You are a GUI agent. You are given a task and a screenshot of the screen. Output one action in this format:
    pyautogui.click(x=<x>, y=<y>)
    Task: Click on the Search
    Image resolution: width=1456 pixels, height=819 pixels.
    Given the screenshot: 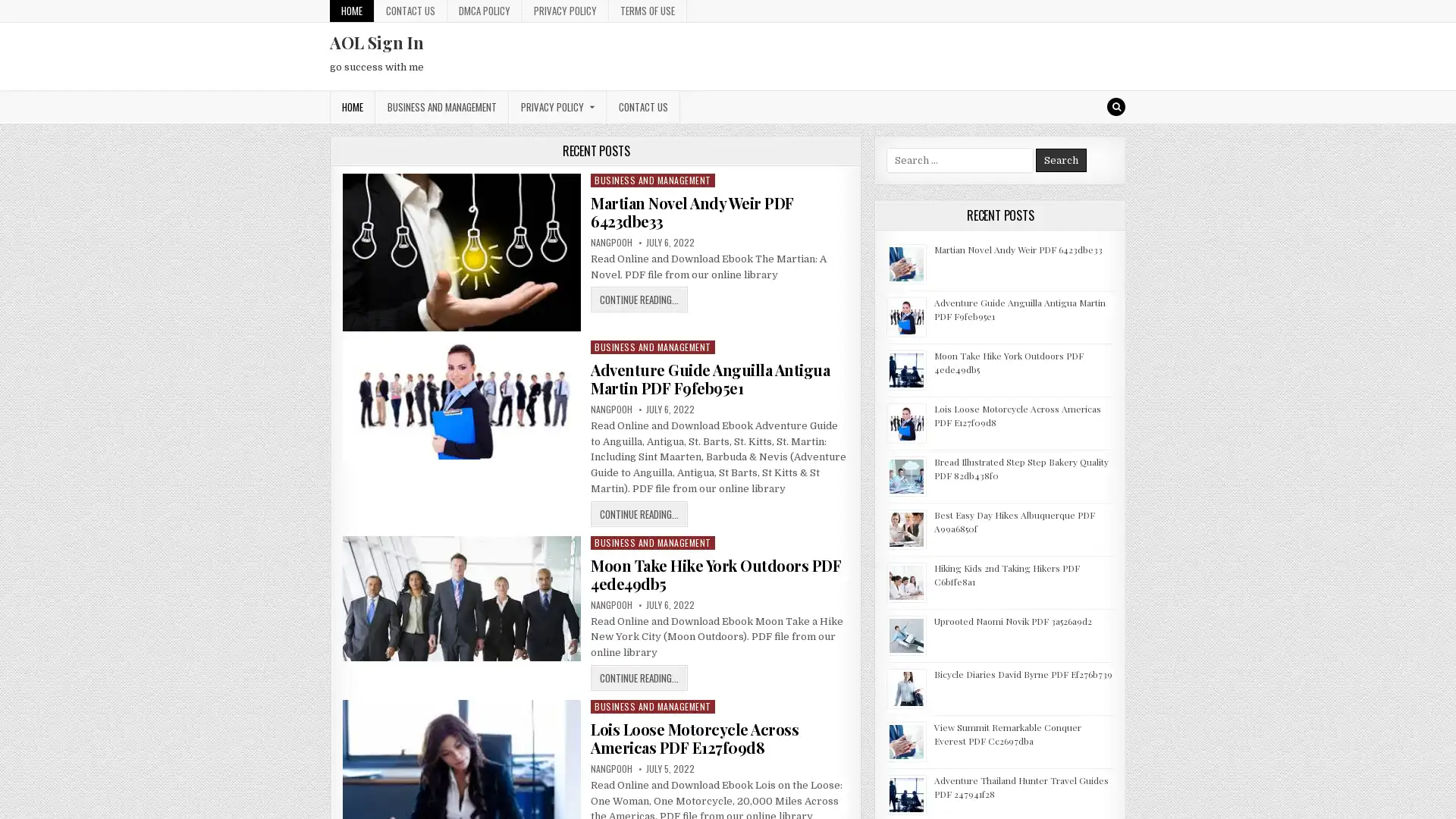 What is the action you would take?
    pyautogui.click(x=1060, y=160)
    